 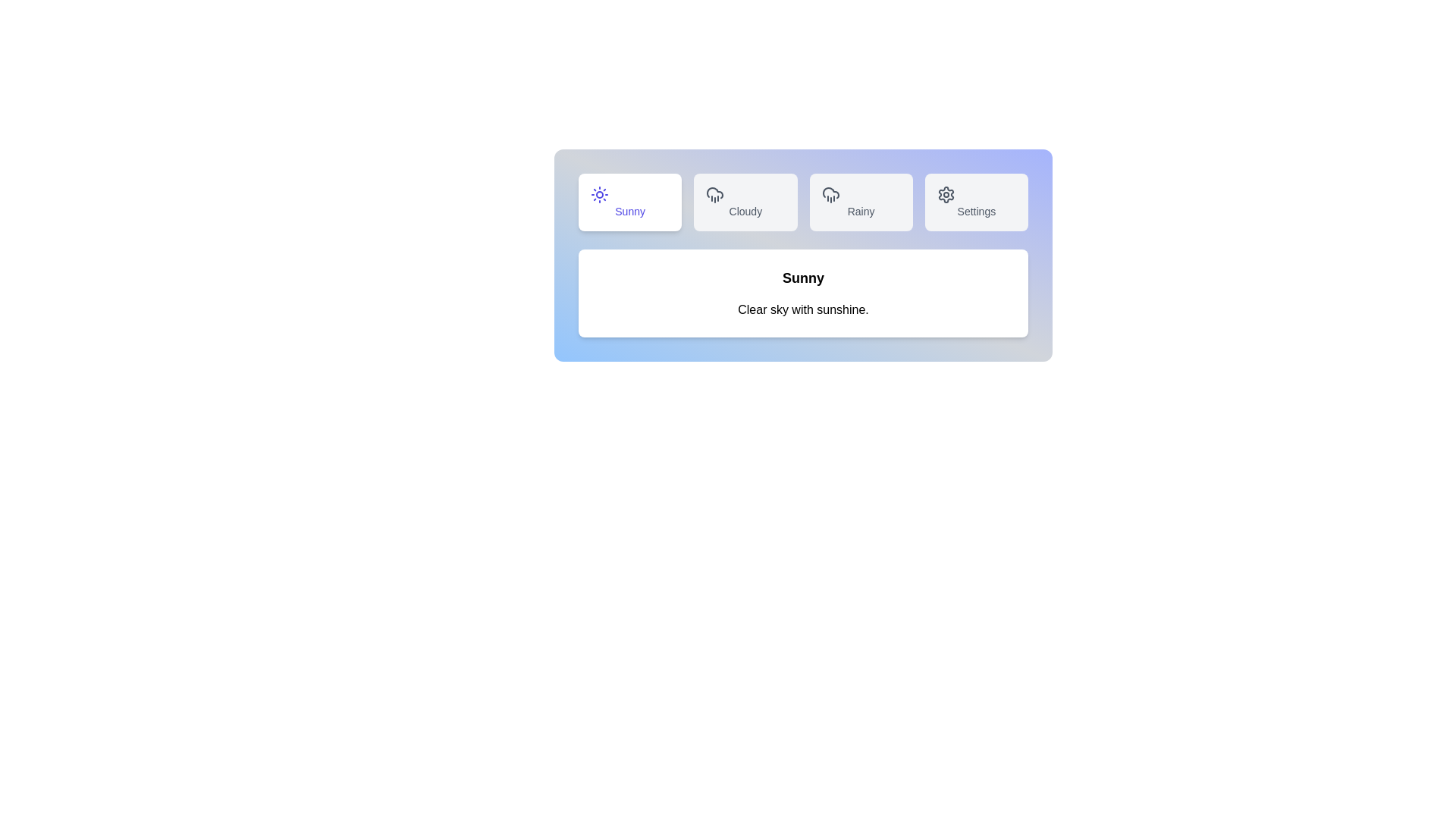 I want to click on the Rainy tab, so click(x=861, y=201).